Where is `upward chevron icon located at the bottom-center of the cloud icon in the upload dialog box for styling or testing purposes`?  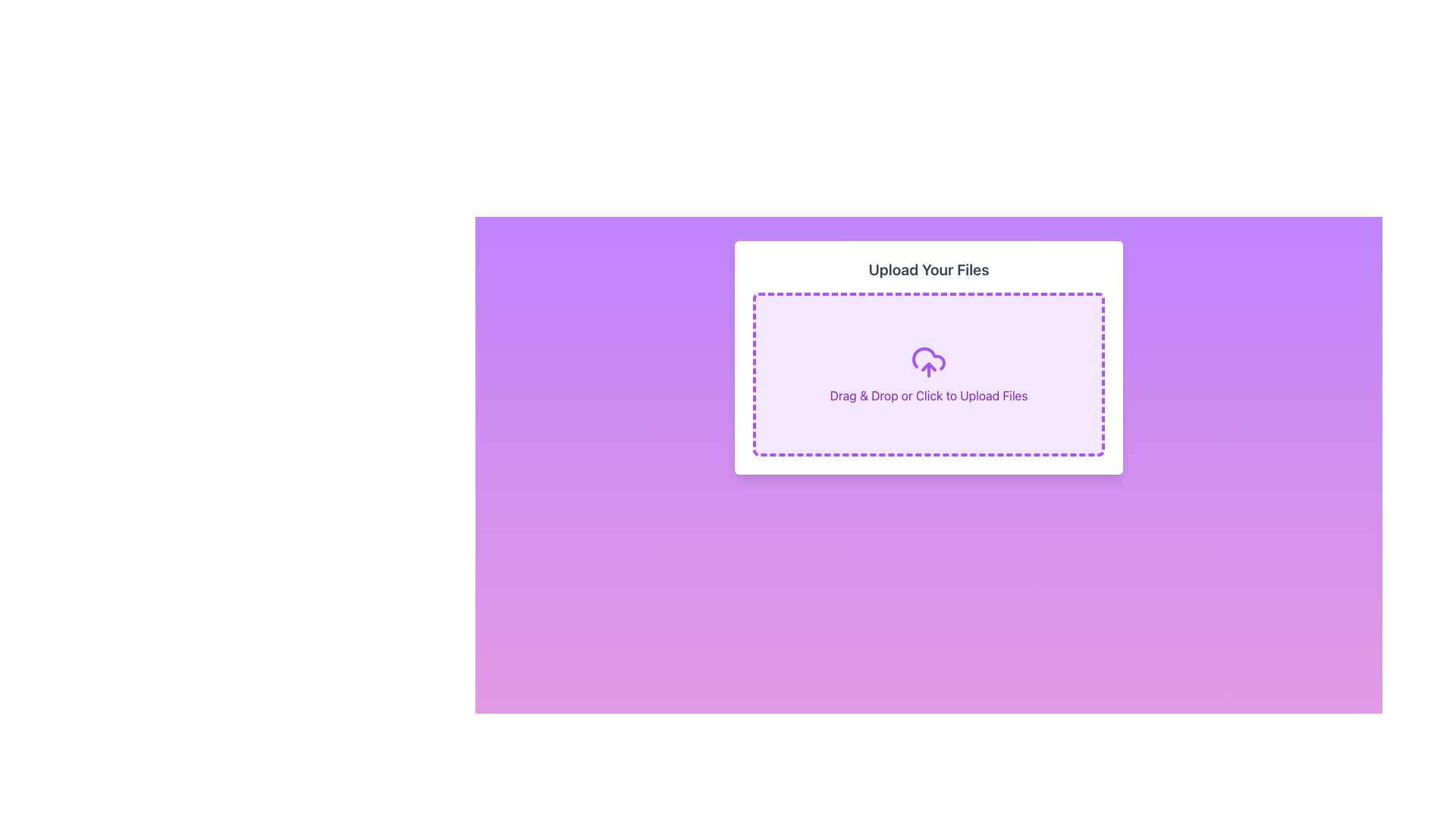 upward chevron icon located at the bottom-center of the cloud icon in the upload dialog box for styling or testing purposes is located at coordinates (927, 366).